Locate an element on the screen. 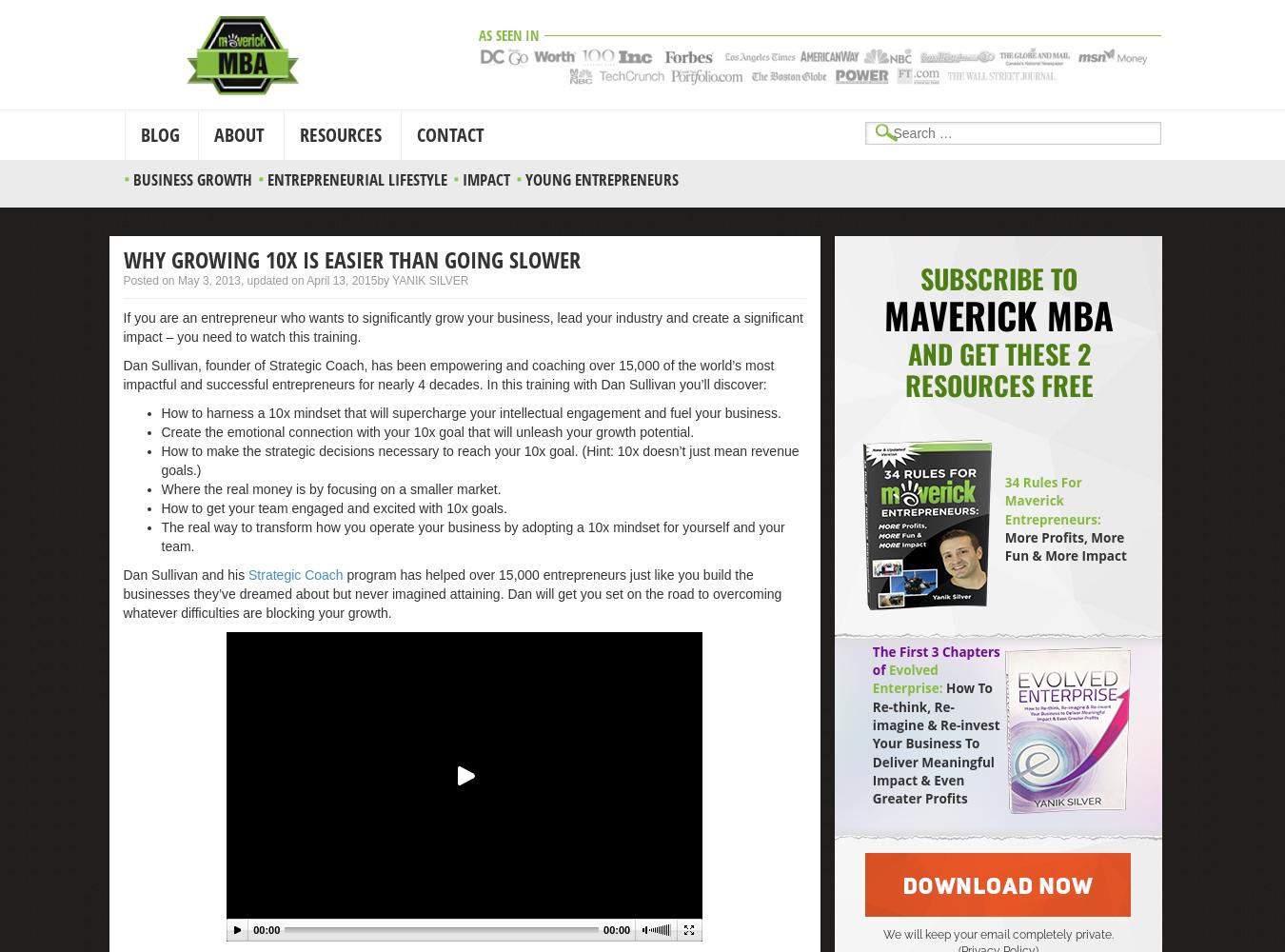 This screenshot has width=1285, height=952. 'How to make the strategic decisions necessary to reach your 10x goal. (Hint: 10x doesn’t just mean revenue goals.)' is located at coordinates (161, 459).